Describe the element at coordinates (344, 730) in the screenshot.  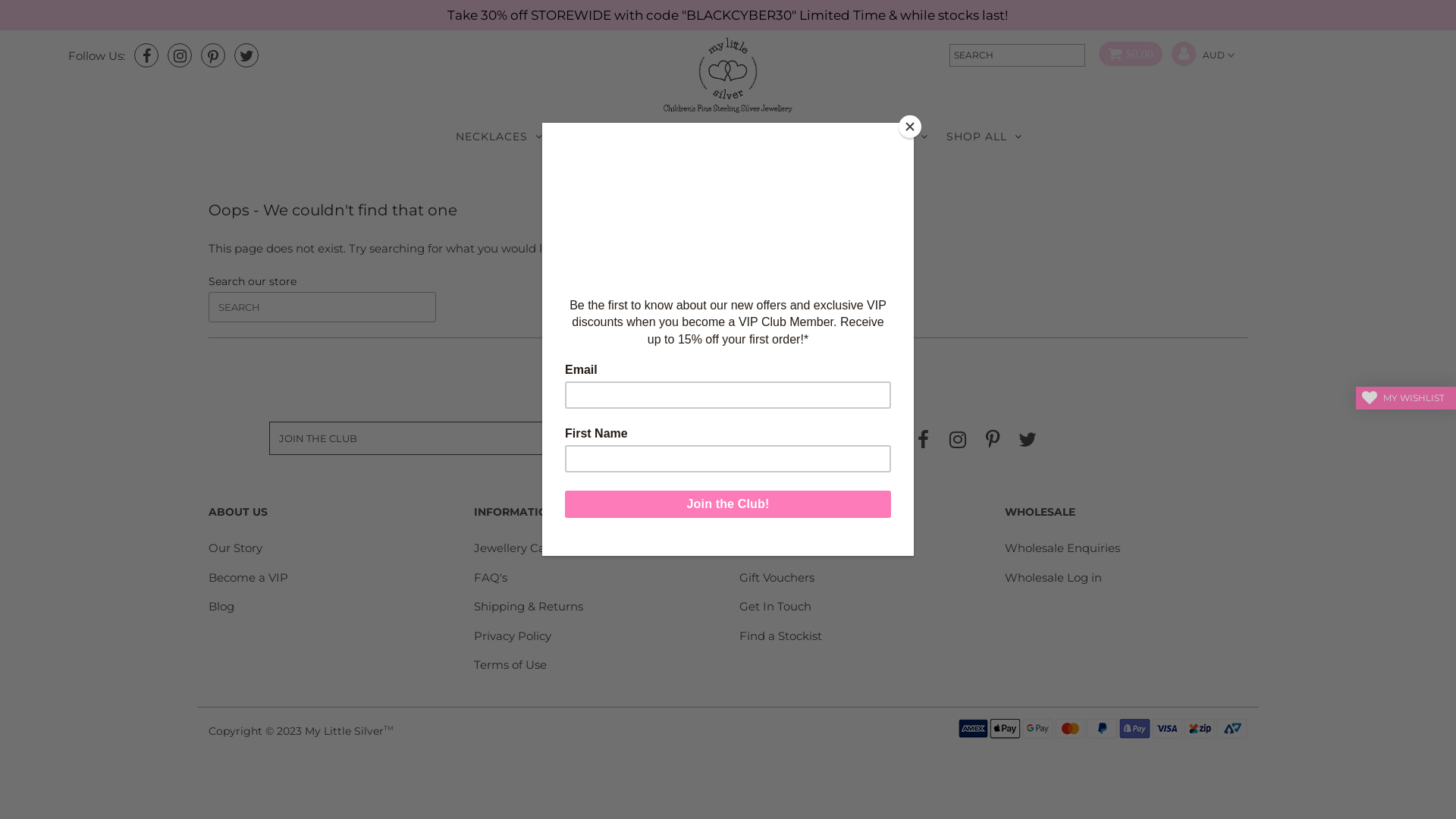
I see `'My Little Silver'` at that location.